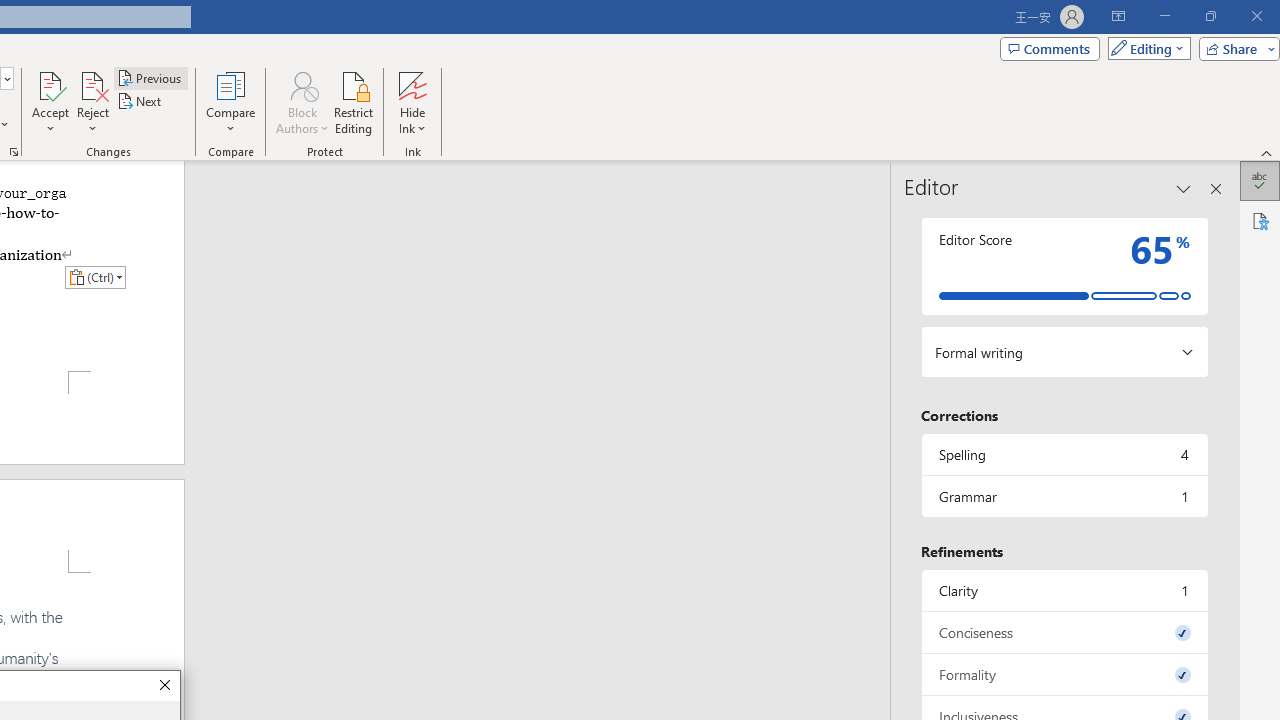  I want to click on 'Spelling, 4 issues. Press space or enter to review items.', so click(1063, 454).